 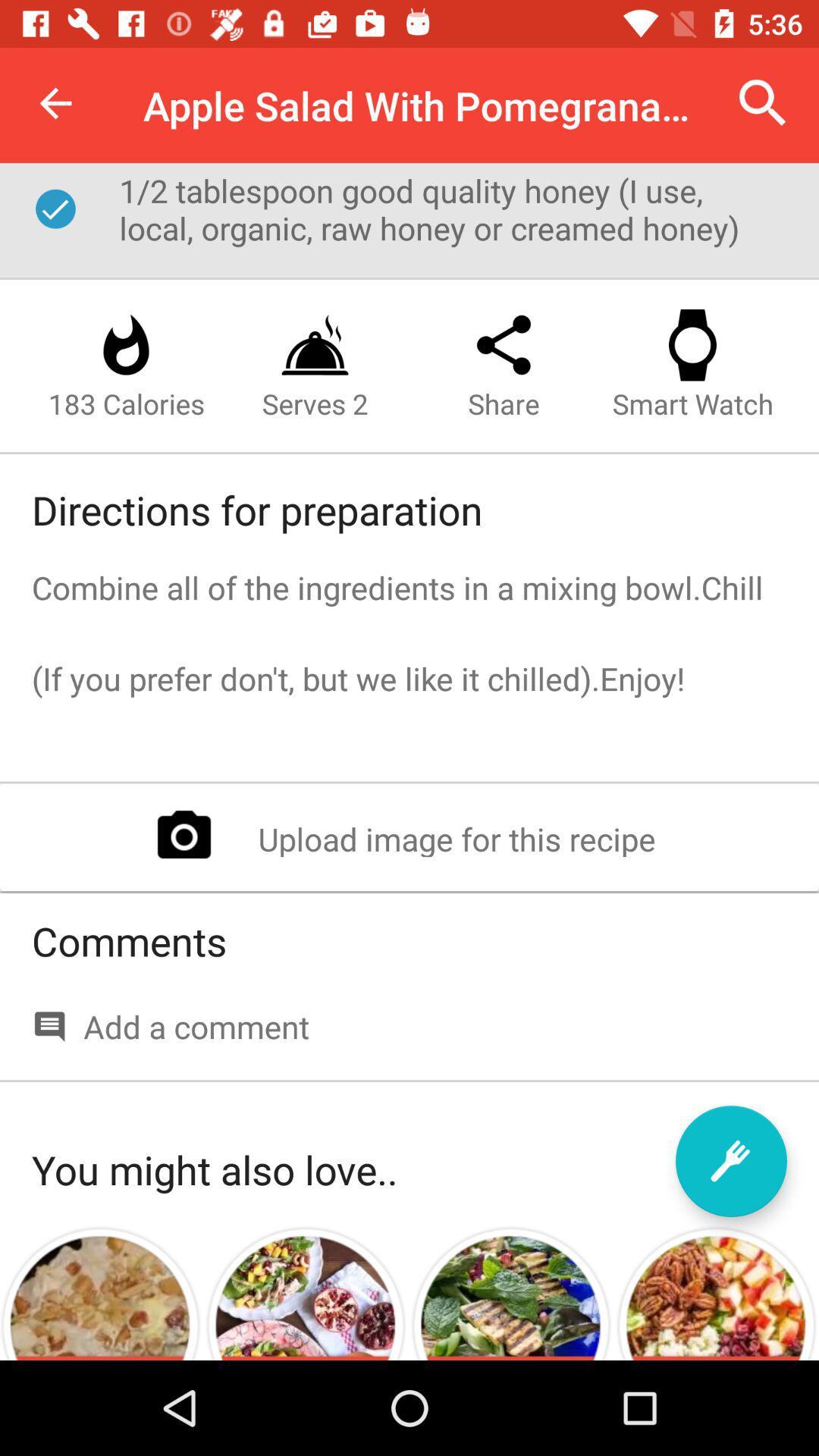 What do you see at coordinates (763, 102) in the screenshot?
I see `the item to the right of apple salad with item` at bounding box center [763, 102].